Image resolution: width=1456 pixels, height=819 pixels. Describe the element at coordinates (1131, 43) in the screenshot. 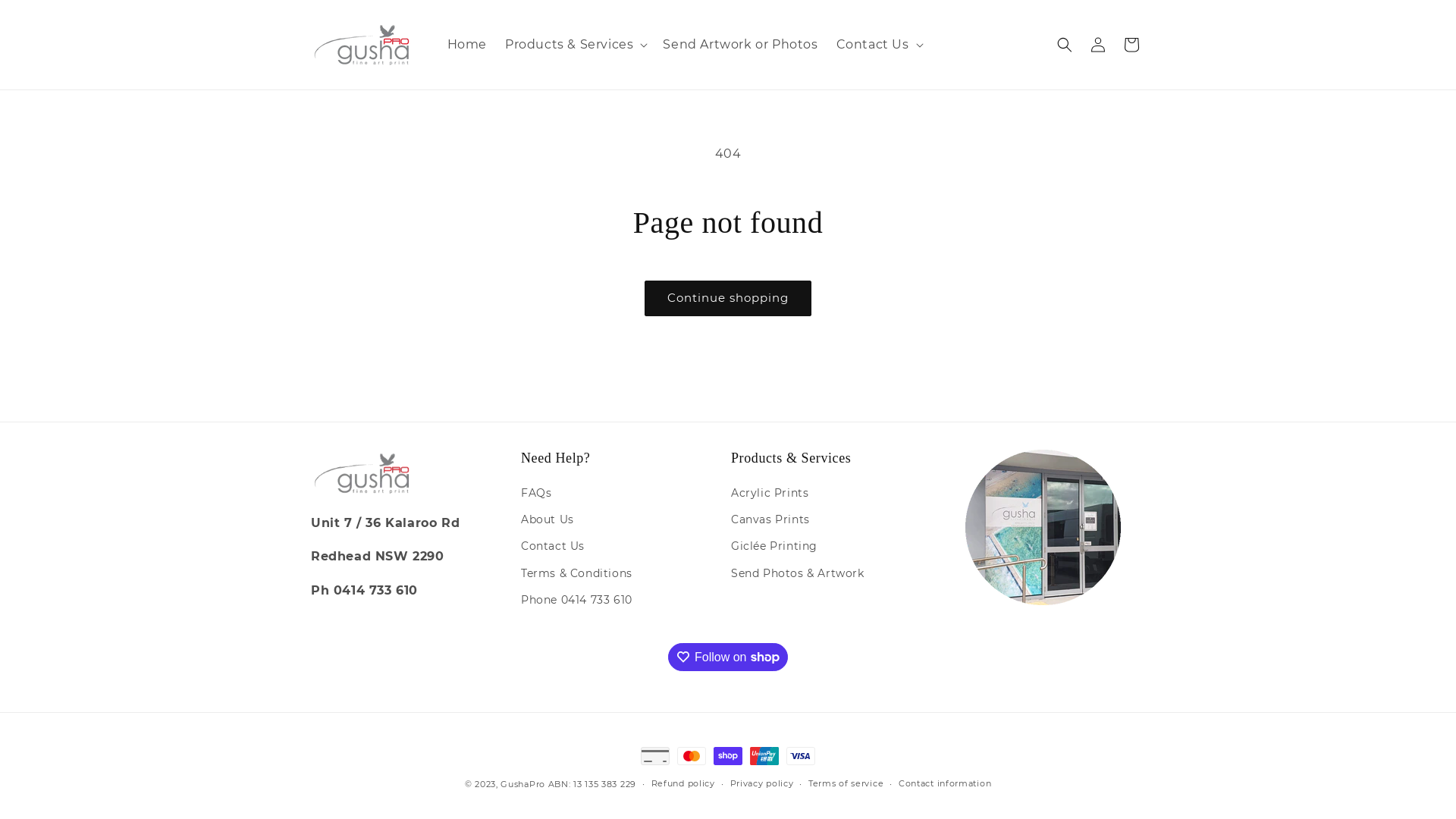

I see `'Cart'` at that location.